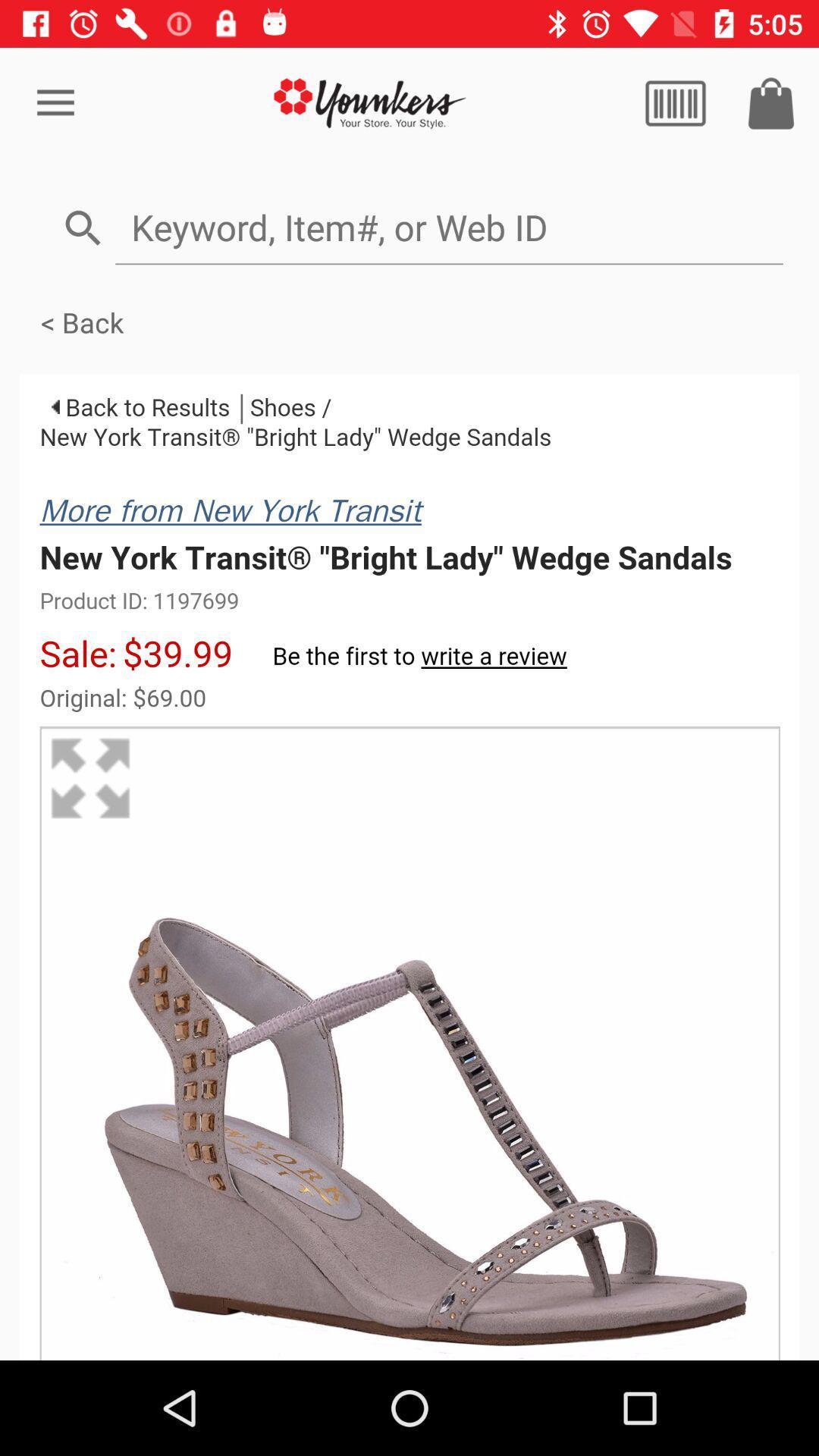 The image size is (819, 1456). What do you see at coordinates (675, 102) in the screenshot?
I see `search` at bounding box center [675, 102].